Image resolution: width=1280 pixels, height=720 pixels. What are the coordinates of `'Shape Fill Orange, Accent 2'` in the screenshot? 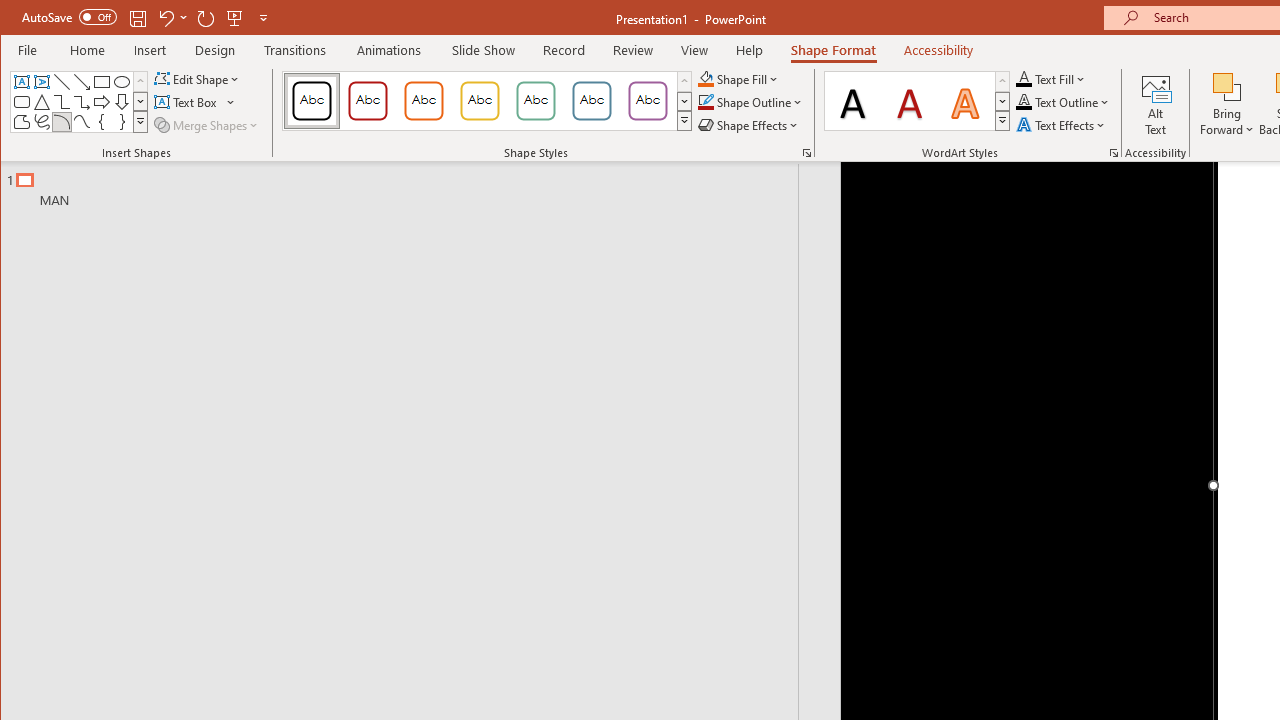 It's located at (705, 78).